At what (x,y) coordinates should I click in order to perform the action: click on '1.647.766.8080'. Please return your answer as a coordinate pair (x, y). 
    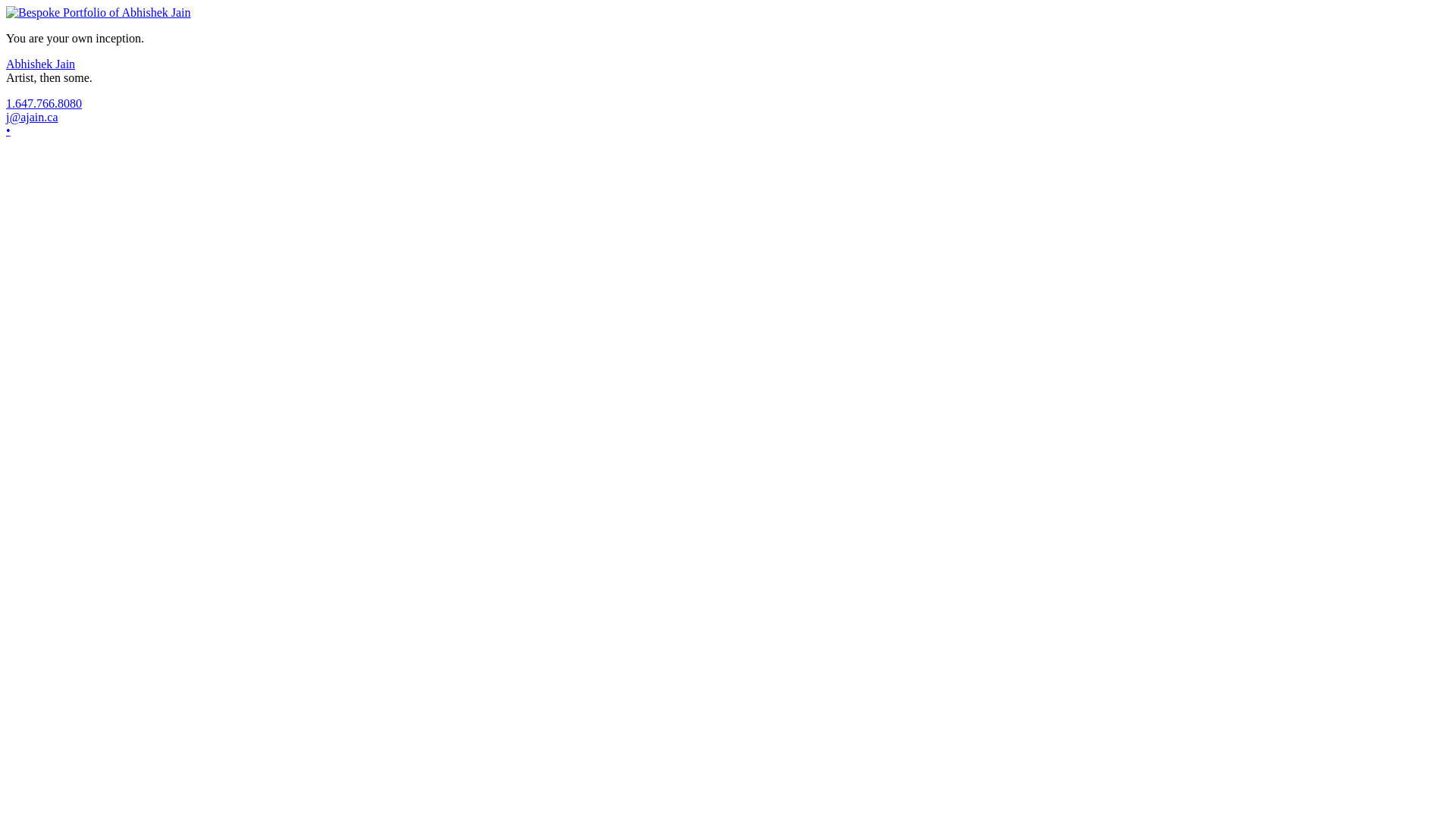
    Looking at the image, I should click on (43, 102).